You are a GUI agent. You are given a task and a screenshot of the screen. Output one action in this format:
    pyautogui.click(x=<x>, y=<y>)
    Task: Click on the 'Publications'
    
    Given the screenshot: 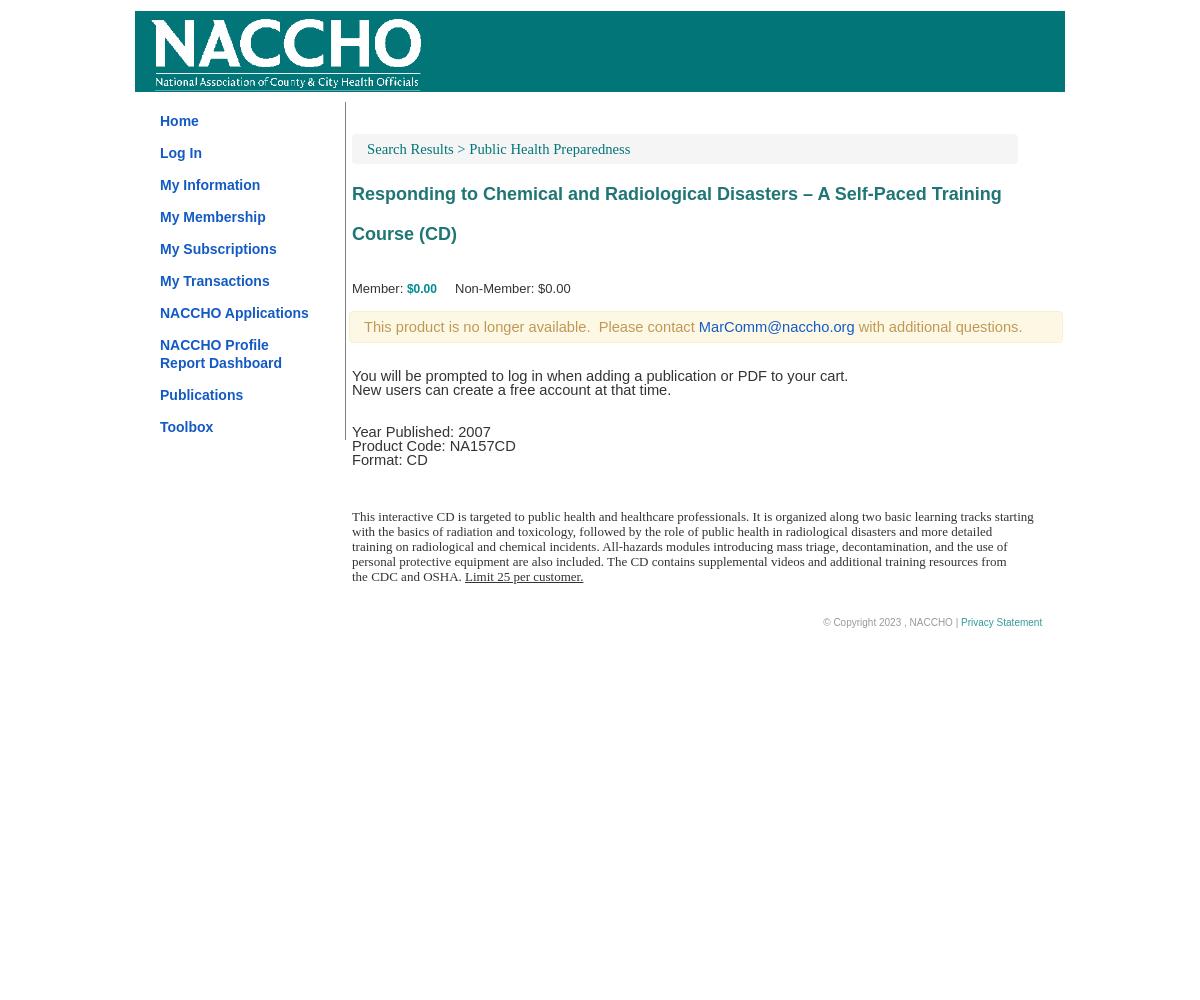 What is the action you would take?
    pyautogui.click(x=200, y=395)
    